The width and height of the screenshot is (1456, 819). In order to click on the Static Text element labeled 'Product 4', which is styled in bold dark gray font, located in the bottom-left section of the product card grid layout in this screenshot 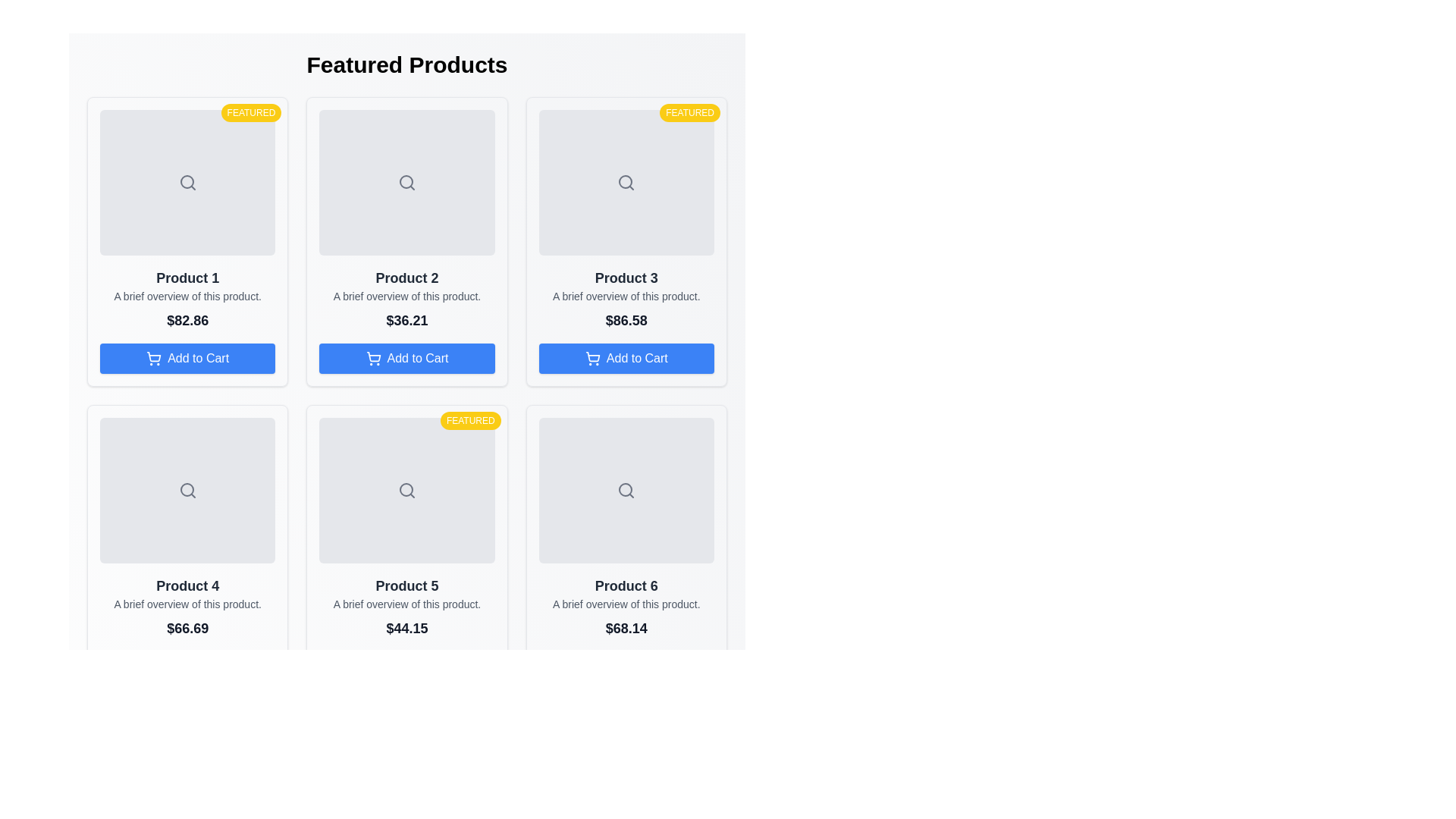, I will do `click(187, 585)`.